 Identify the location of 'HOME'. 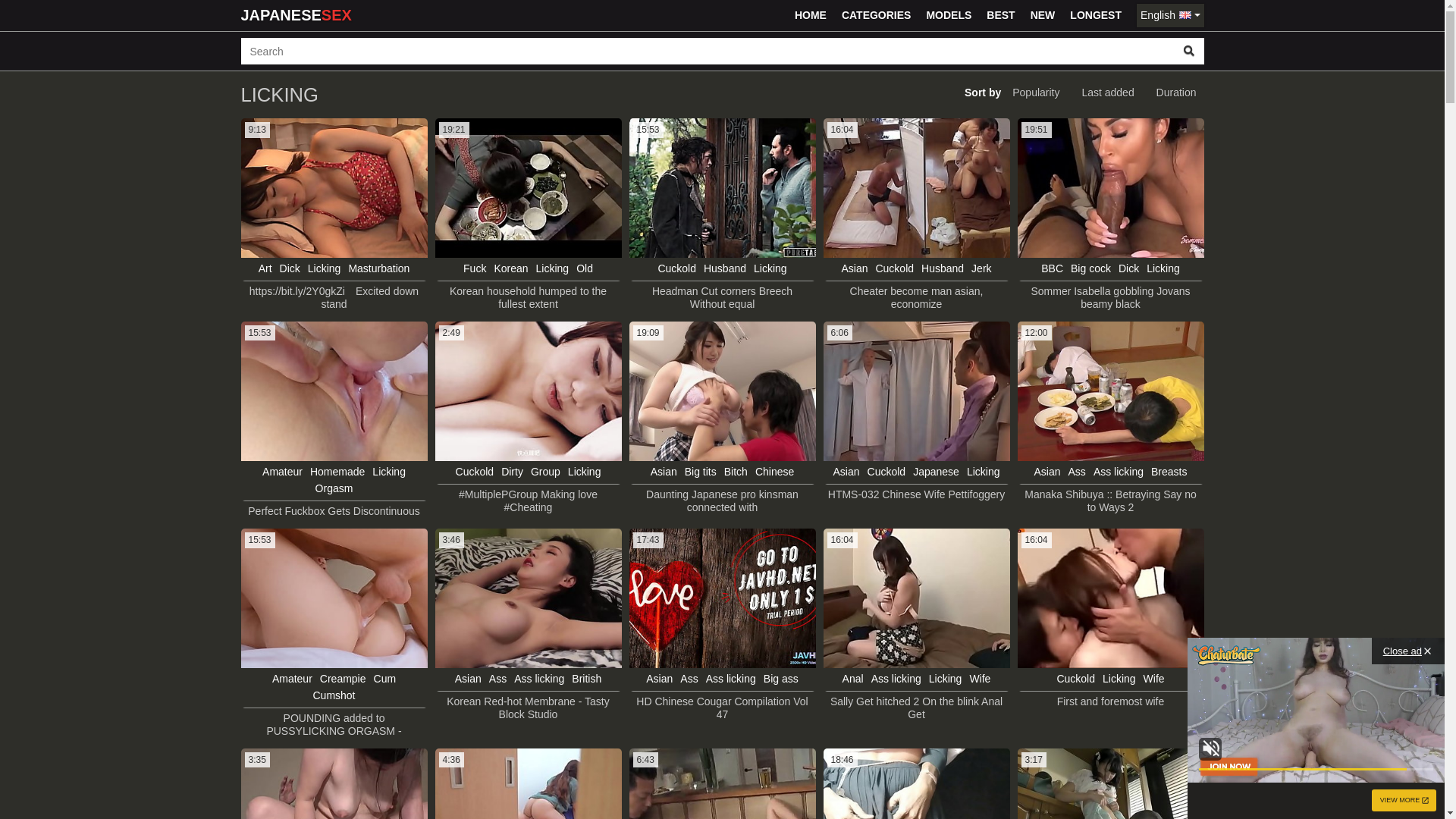
(810, 15).